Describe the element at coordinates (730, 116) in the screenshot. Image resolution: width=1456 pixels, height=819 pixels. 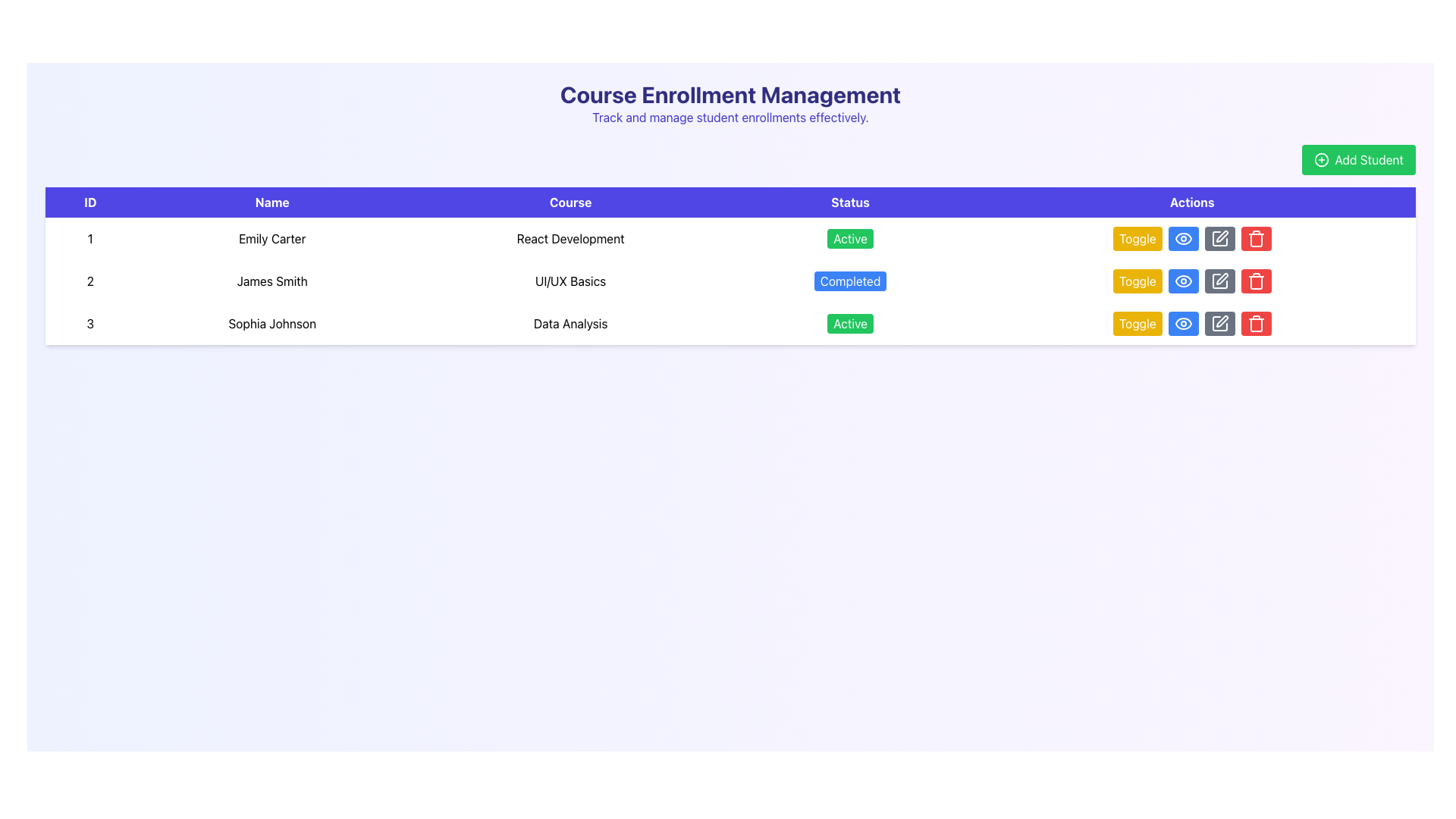
I see `the text element reading 'Track and manage student enrollments effectively' which is located directly beneath the title 'Course Enrollment Management'` at that location.